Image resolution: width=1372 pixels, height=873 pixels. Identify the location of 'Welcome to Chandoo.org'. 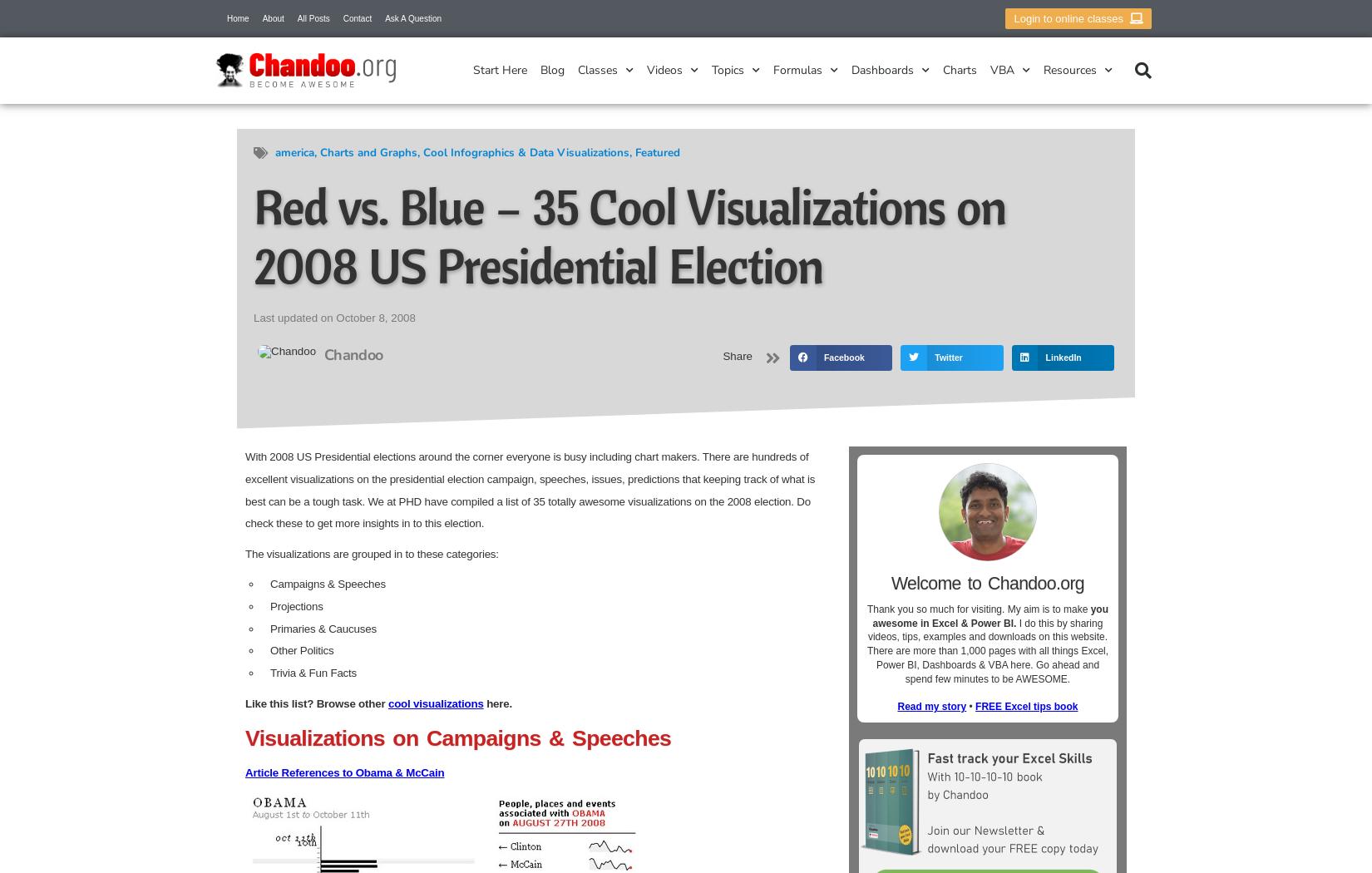
(987, 582).